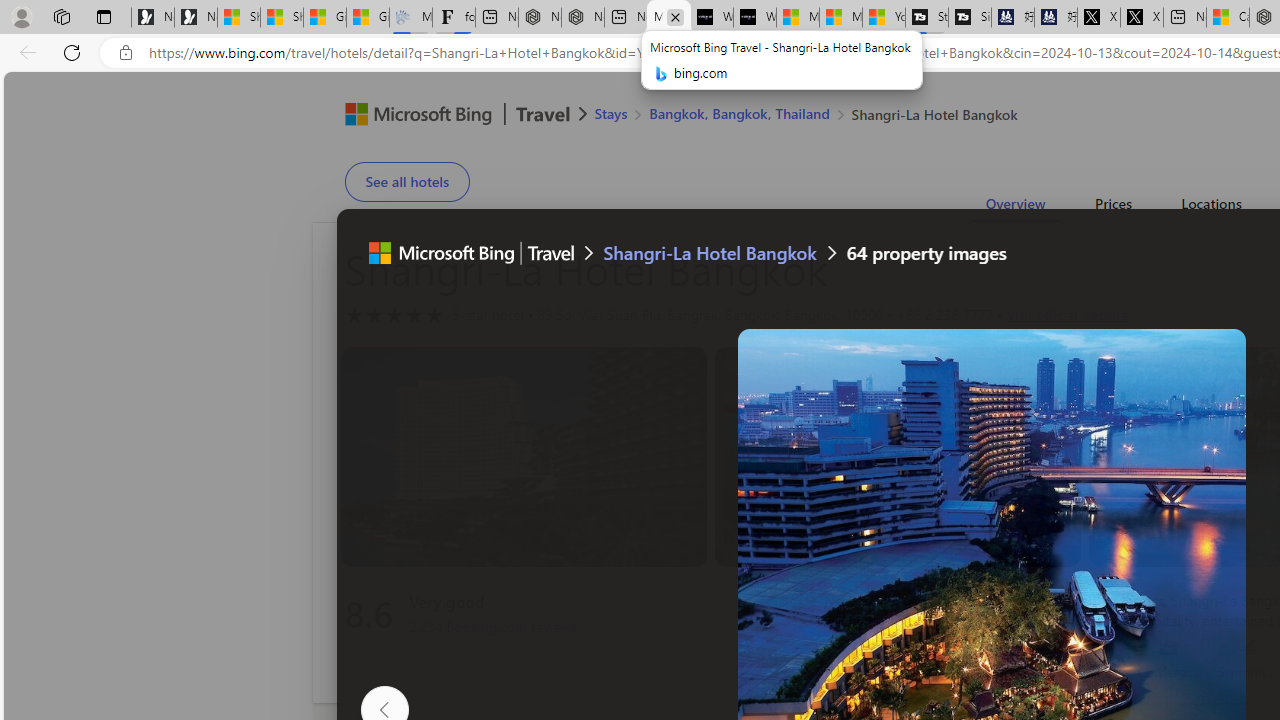 The width and height of the screenshot is (1280, 720). Describe the element at coordinates (926, 17) in the screenshot. I see `'Streaming Coverage | T3'` at that location.